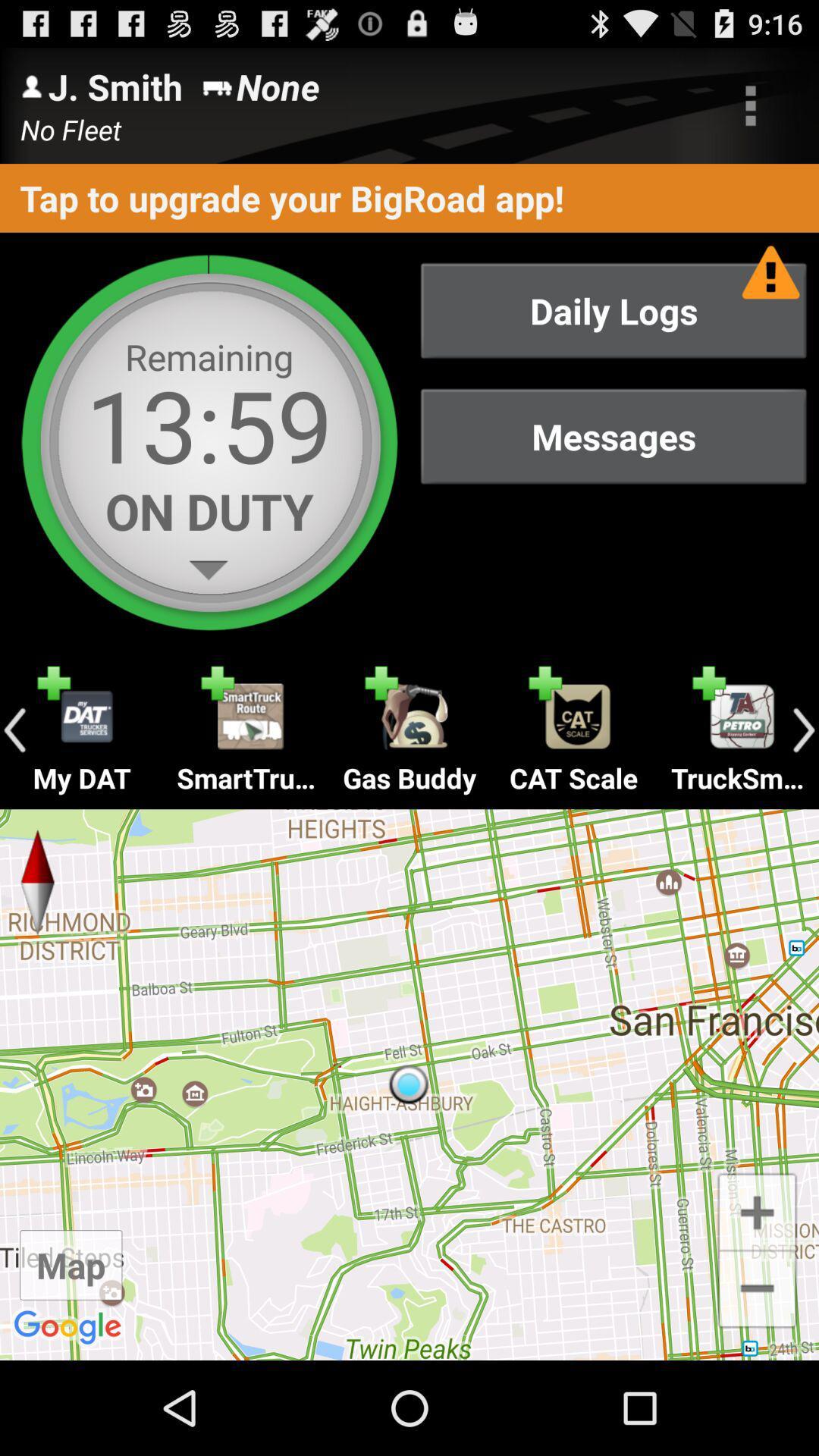  What do you see at coordinates (613, 309) in the screenshot?
I see `the item above messages item` at bounding box center [613, 309].